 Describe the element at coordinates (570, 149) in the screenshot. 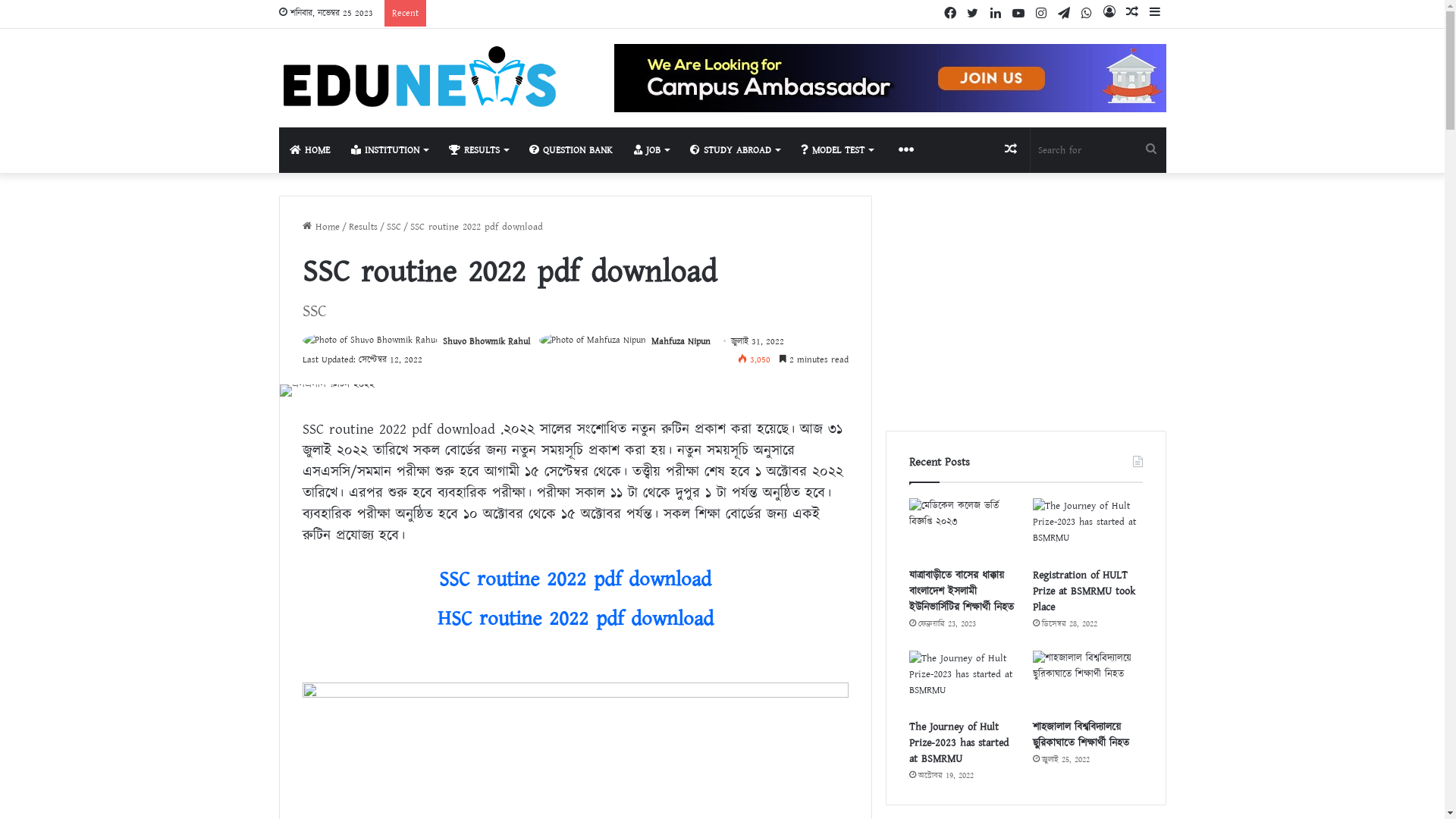

I see `'QUESTION BANK'` at that location.